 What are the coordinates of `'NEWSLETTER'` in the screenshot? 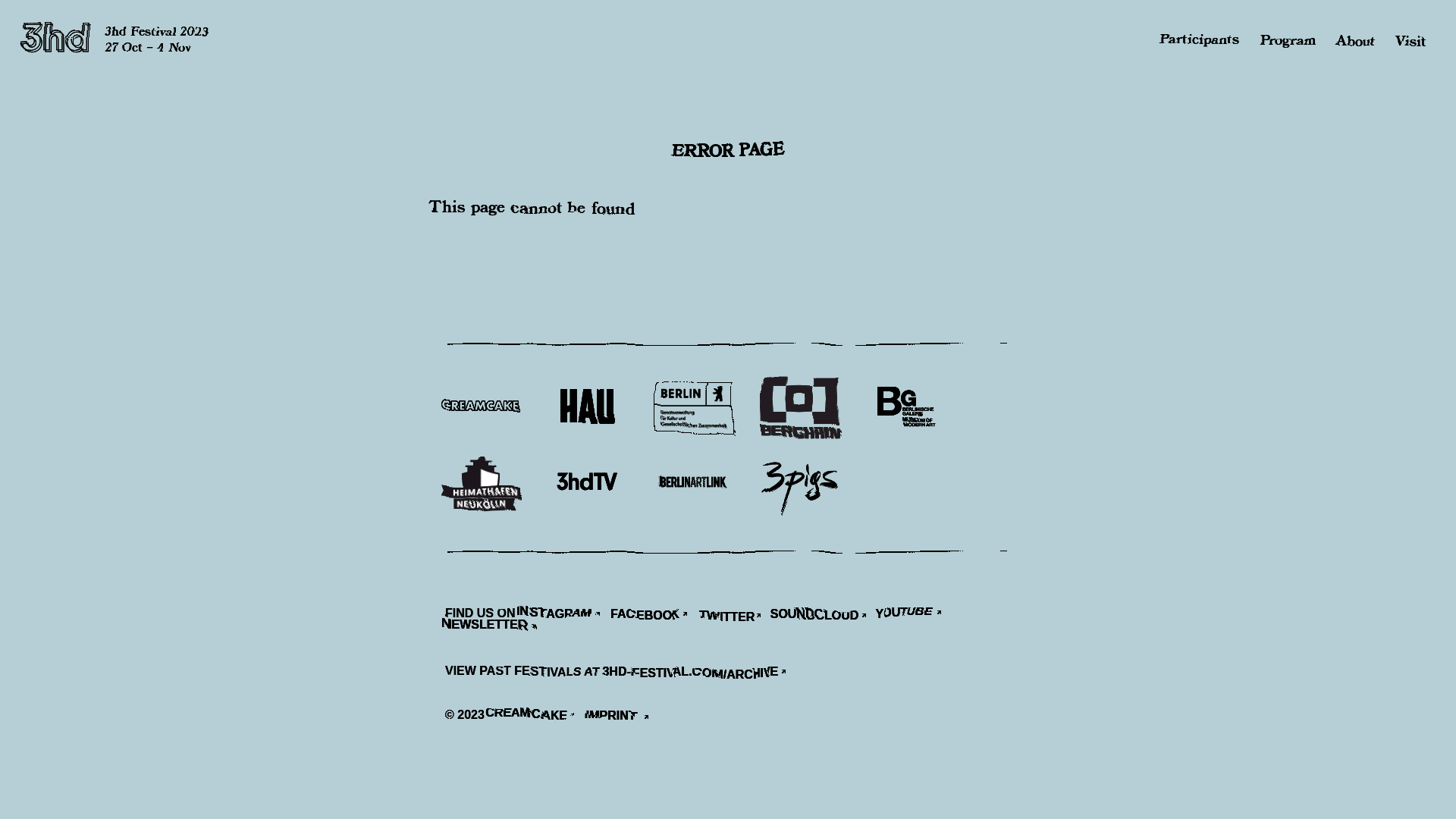 It's located at (496, 629).